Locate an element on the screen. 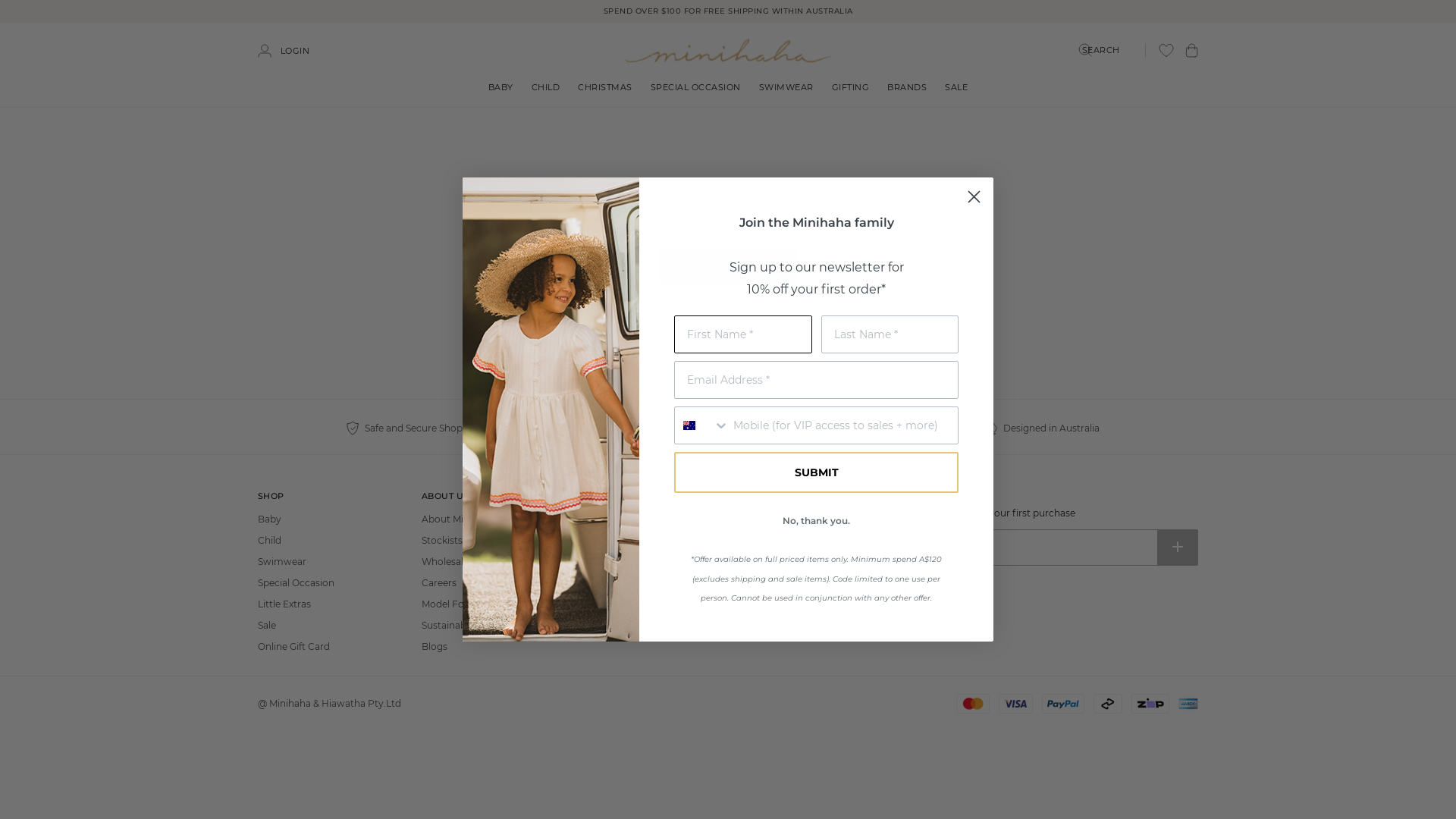 The height and width of the screenshot is (819, 1456). 'Stockists' is located at coordinates (441, 539).